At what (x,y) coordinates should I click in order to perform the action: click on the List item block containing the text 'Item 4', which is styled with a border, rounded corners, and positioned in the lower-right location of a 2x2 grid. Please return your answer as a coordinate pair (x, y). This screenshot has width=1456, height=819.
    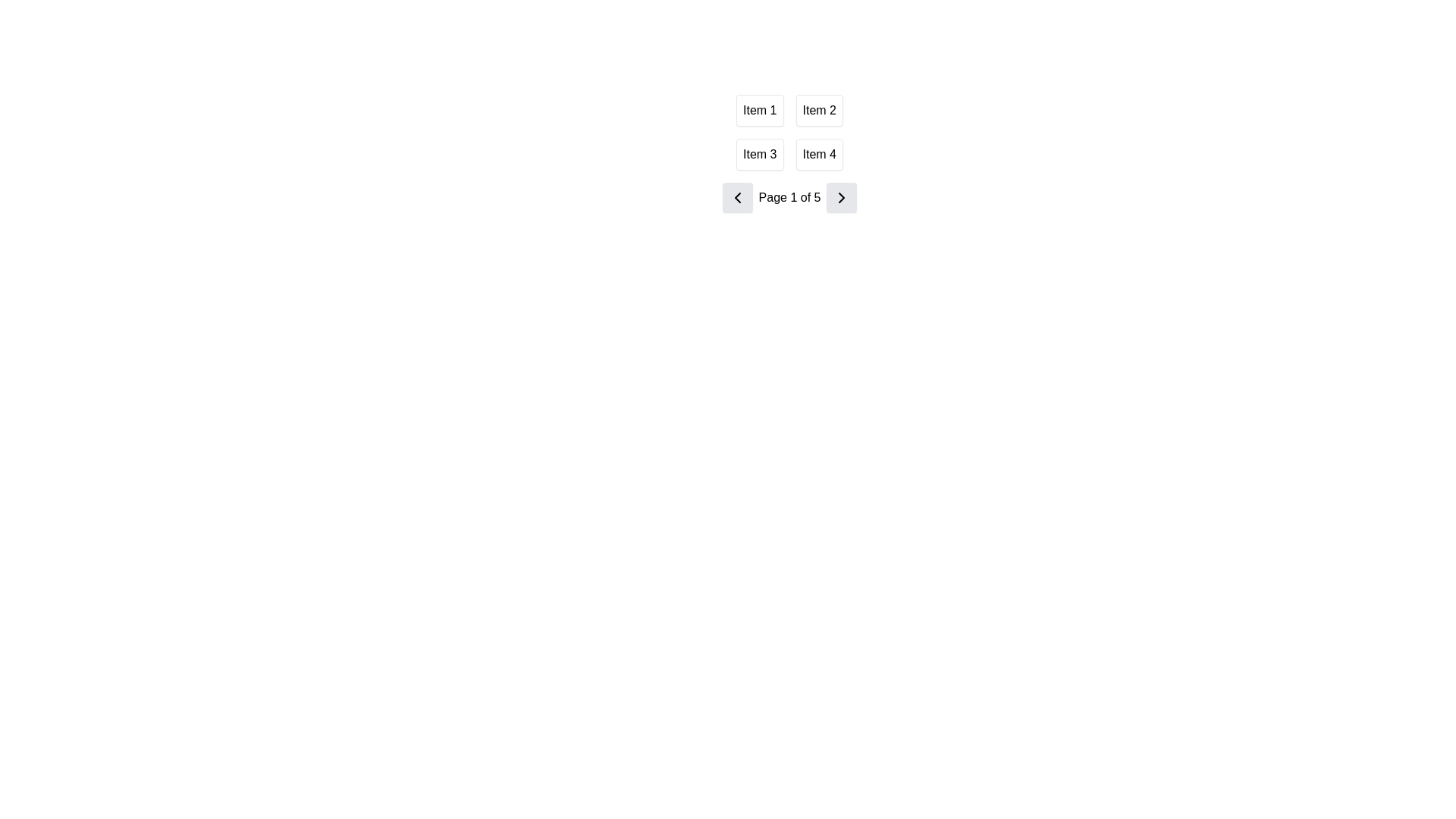
    Looking at the image, I should click on (818, 155).